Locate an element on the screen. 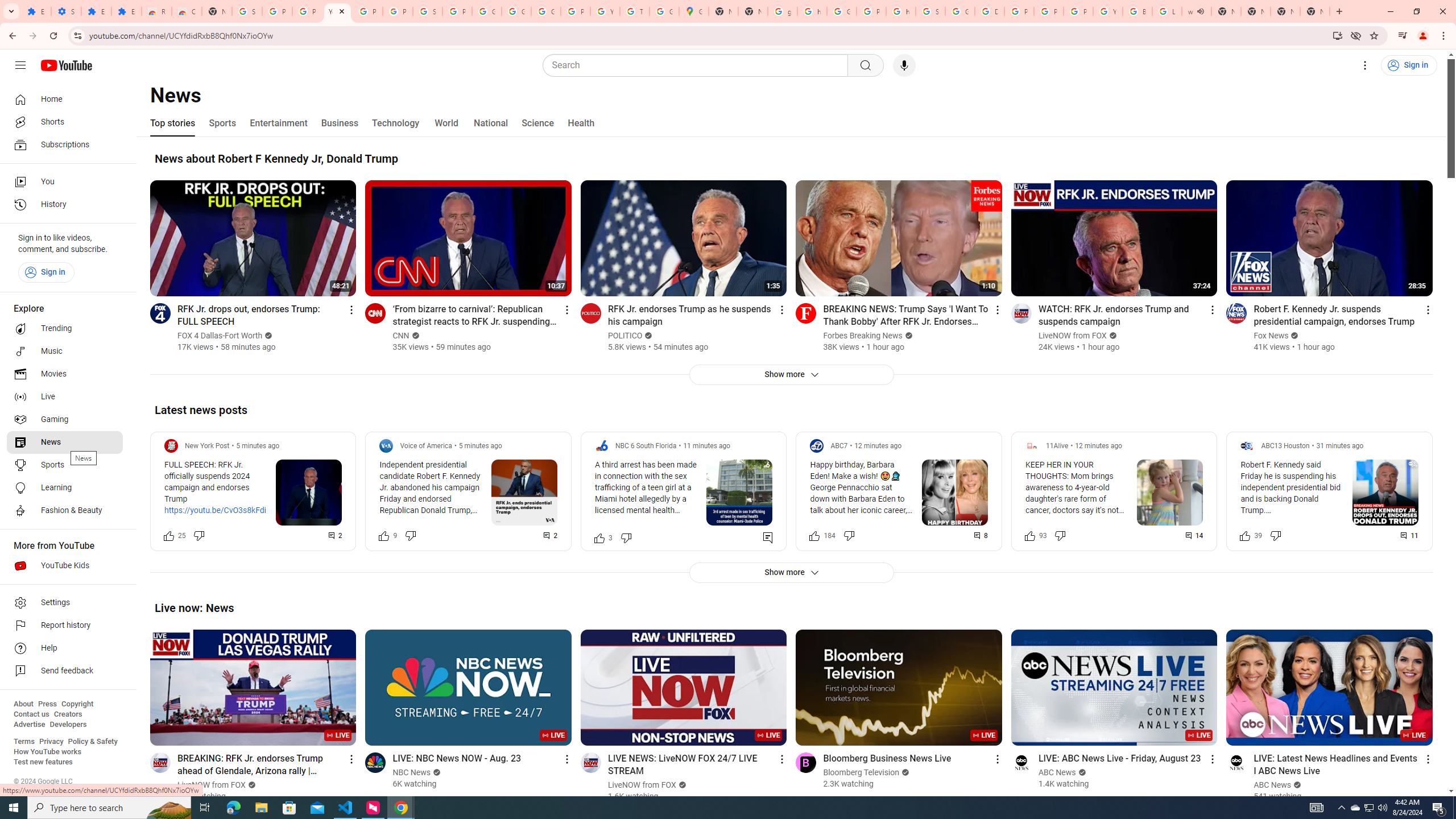  'Creators' is located at coordinates (68, 714).